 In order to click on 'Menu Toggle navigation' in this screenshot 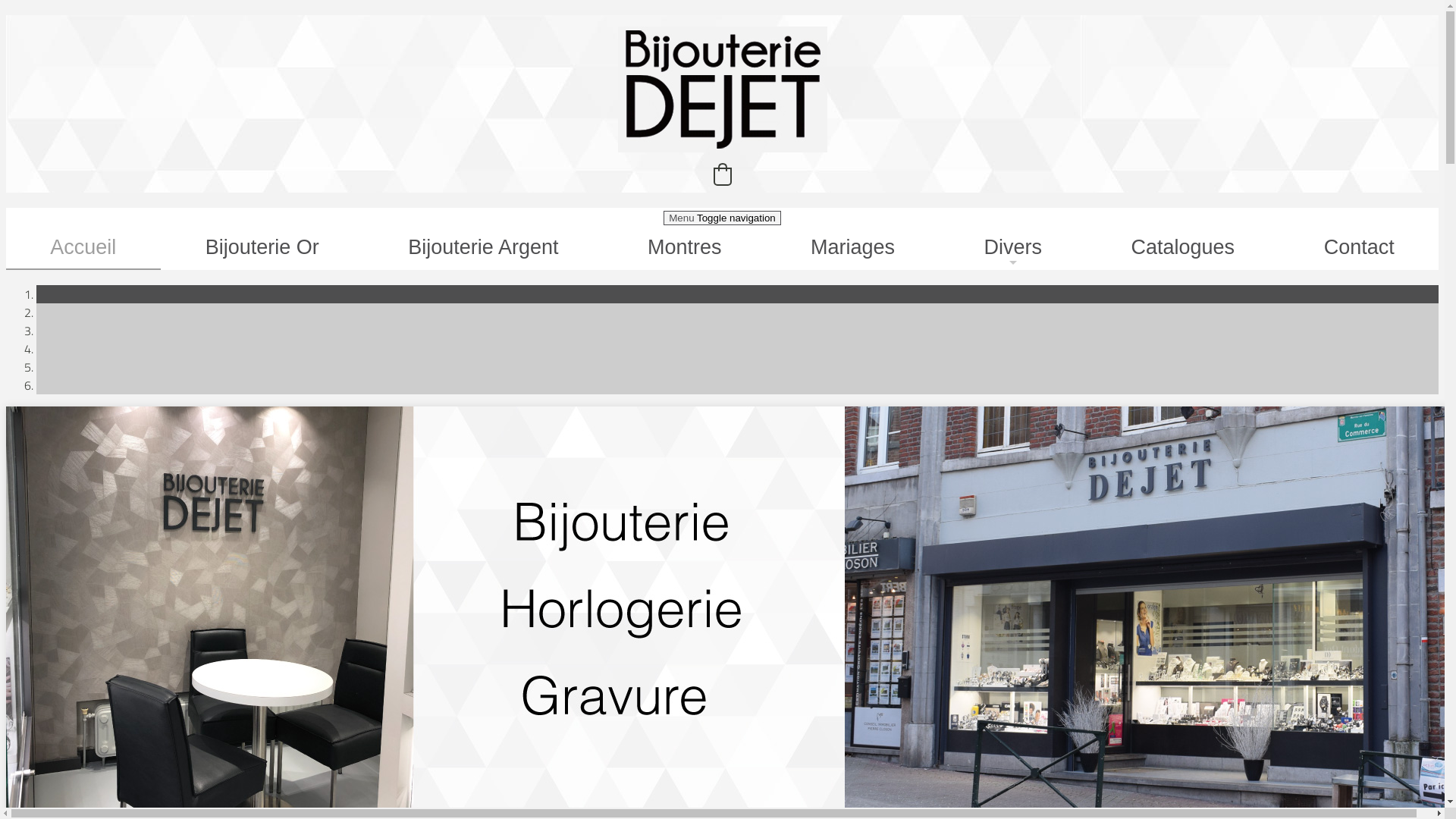, I will do `click(721, 218)`.